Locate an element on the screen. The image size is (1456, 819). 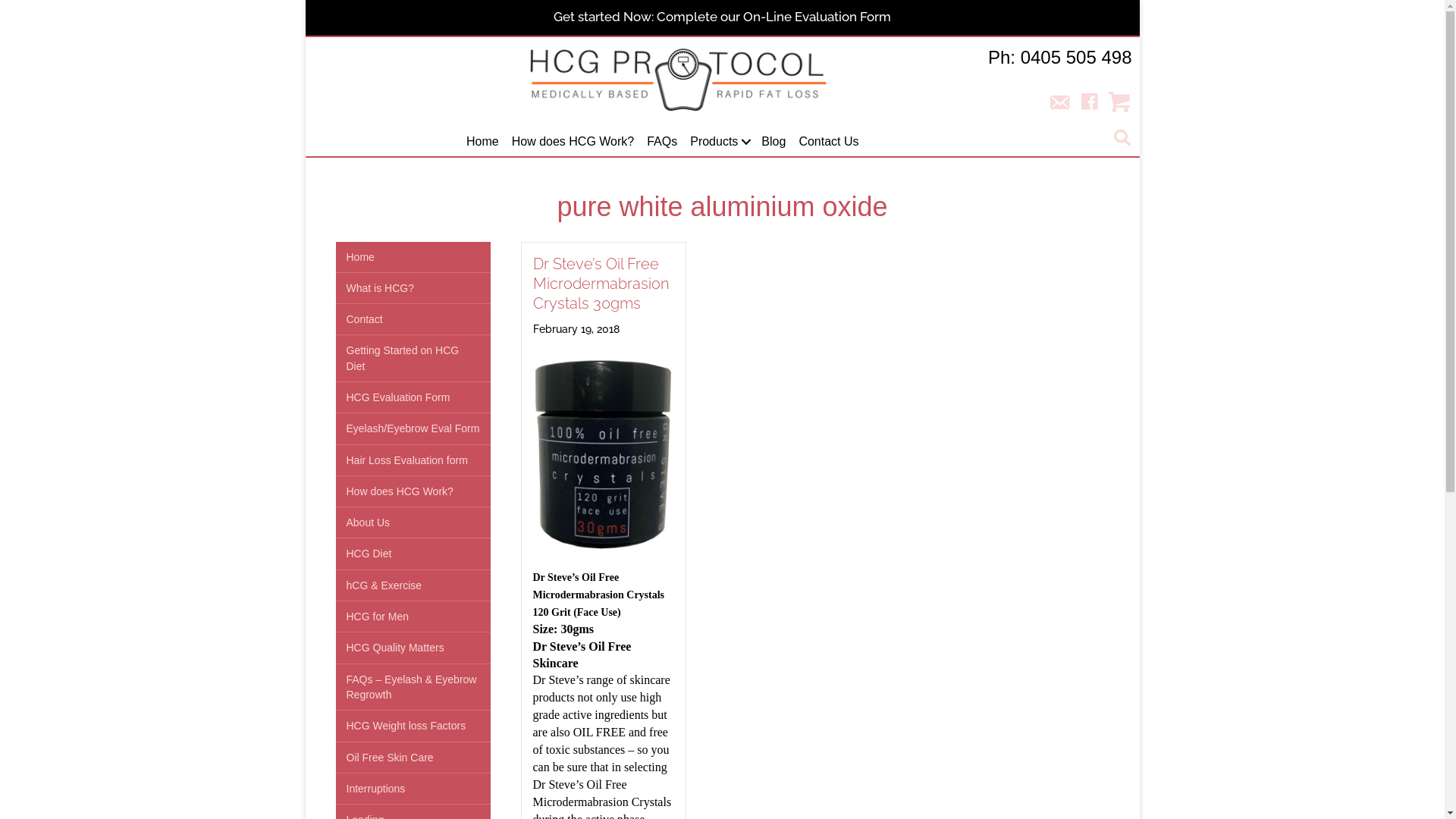
'Oil Free Skin Care' is located at coordinates (412, 758).